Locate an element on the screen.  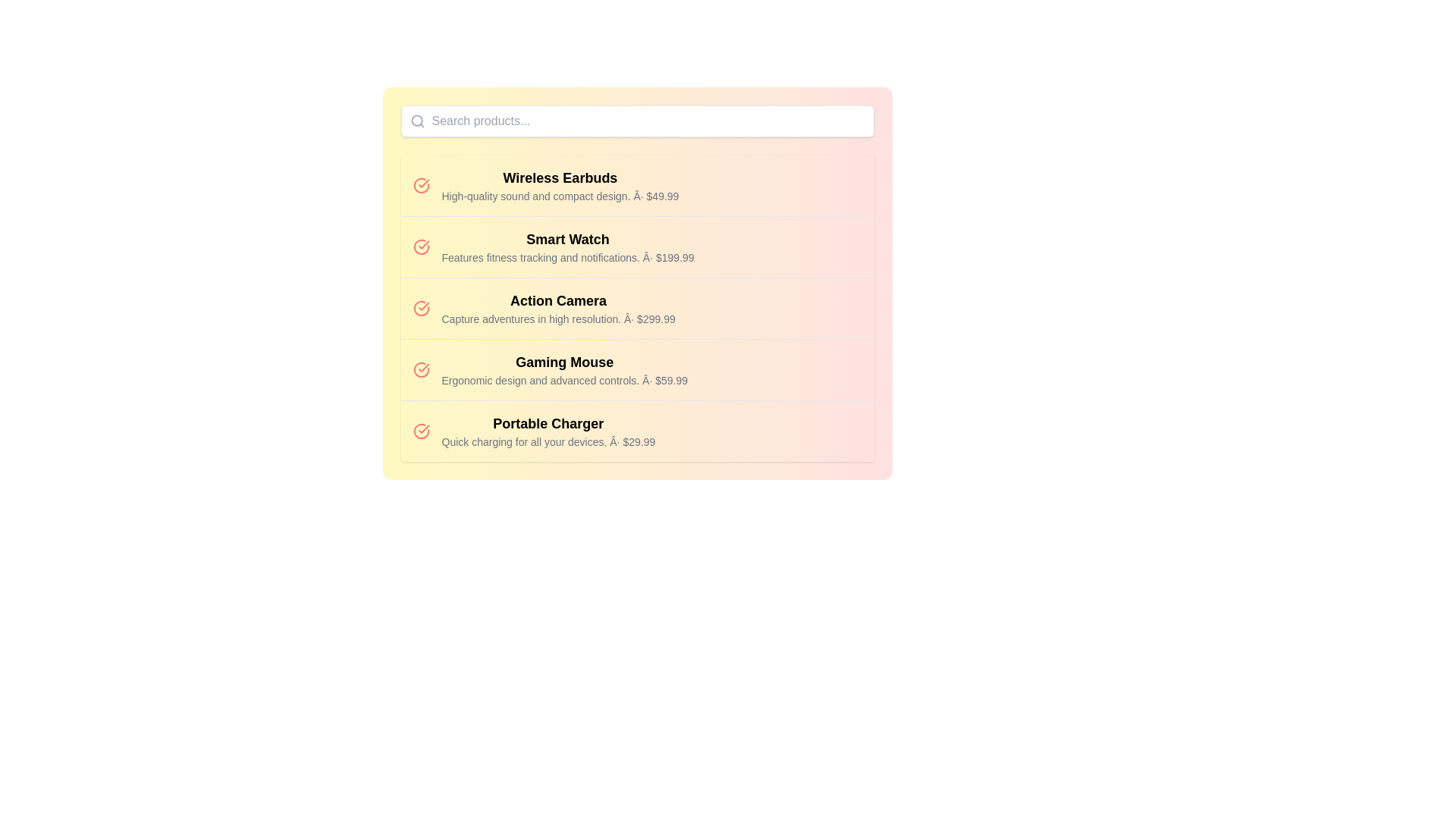
the product display widget for 'Action Camera' which features the title, subtitle, and price, positioned as the third item in a vertical list of products is located at coordinates (637, 307).